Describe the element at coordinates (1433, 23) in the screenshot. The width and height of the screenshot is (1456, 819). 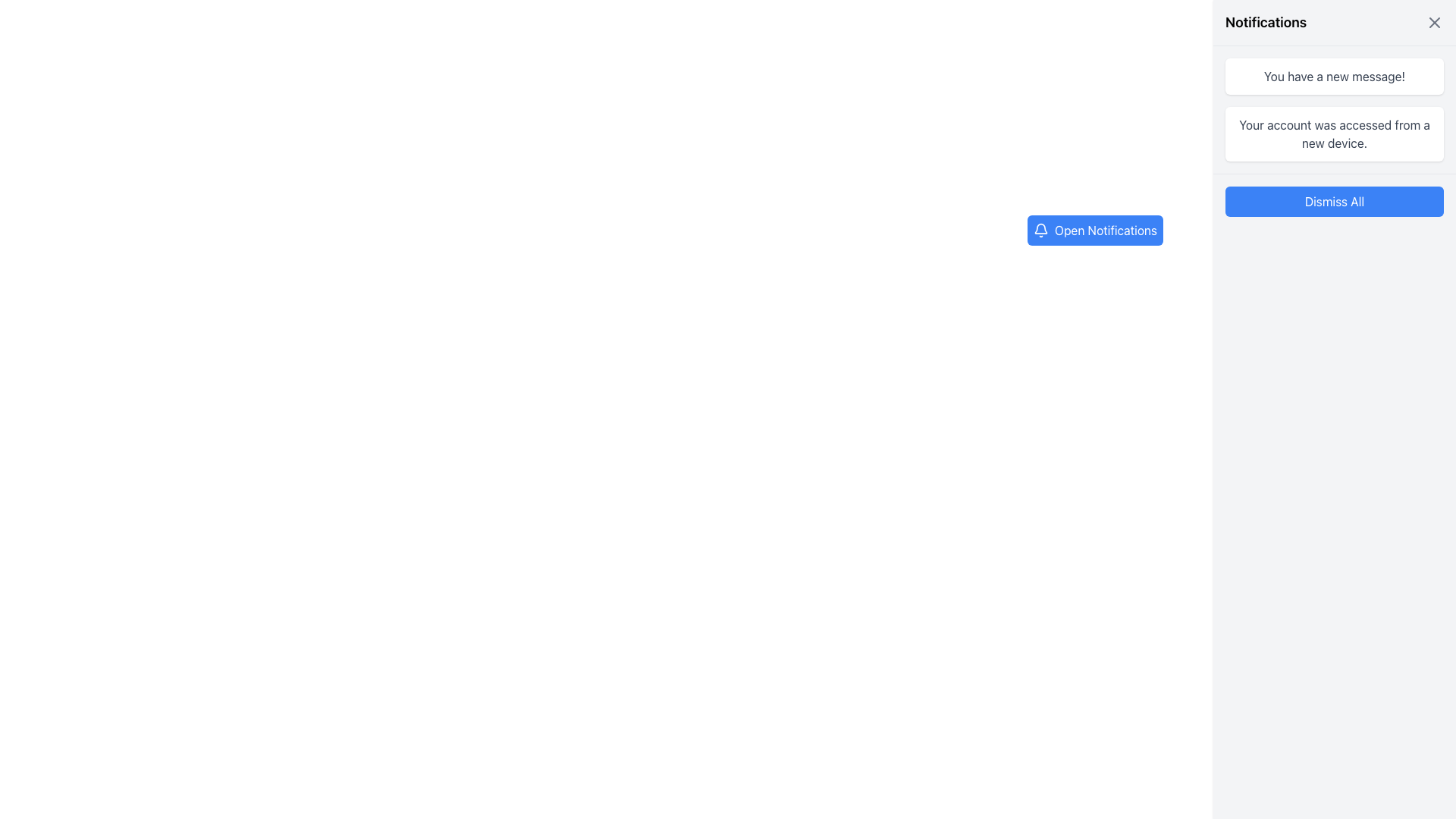
I see `the small close button represented by an 'X' icon located in the top-right corner of the 'Notifications' header` at that location.